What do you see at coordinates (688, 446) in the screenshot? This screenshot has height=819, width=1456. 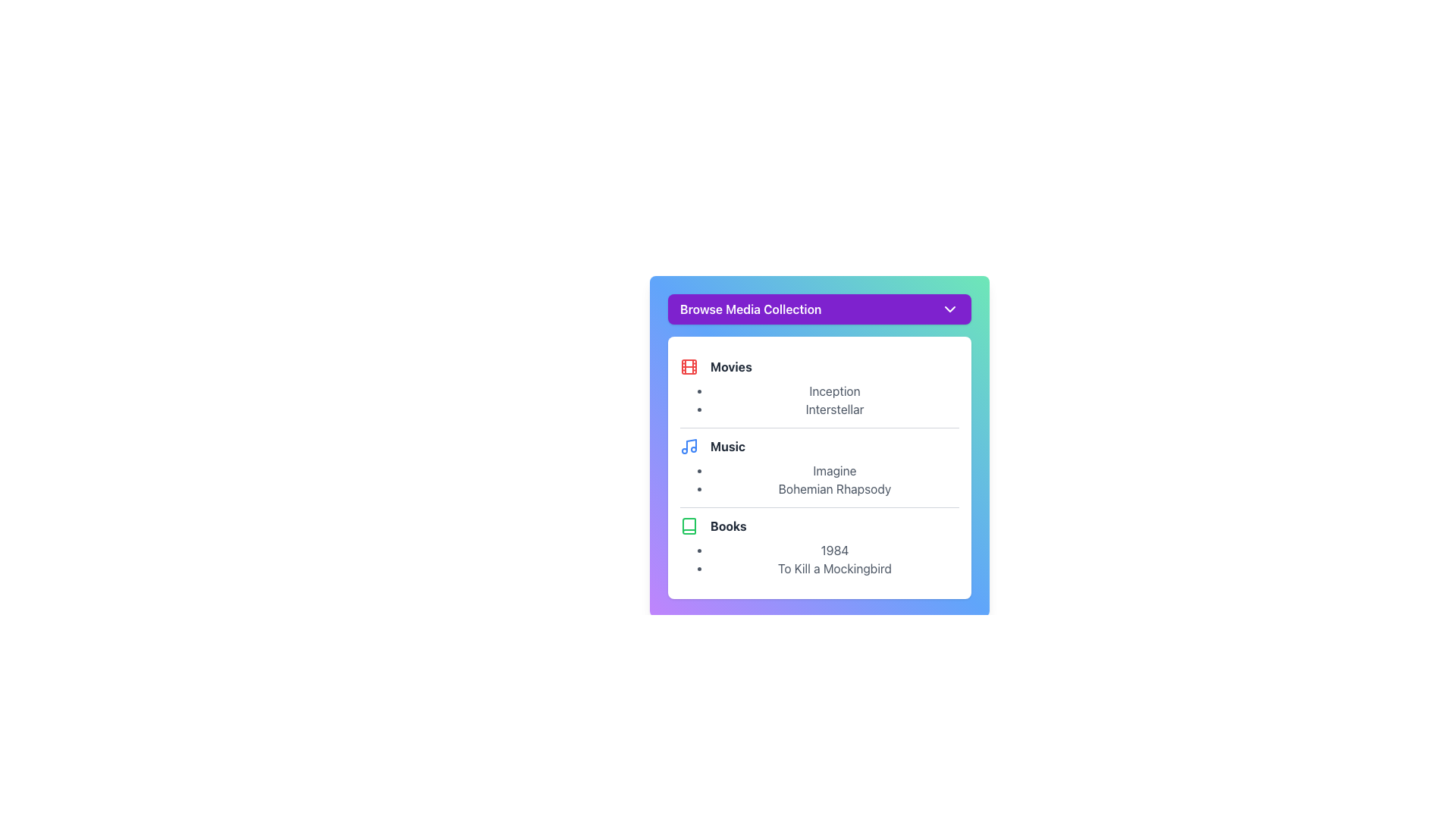 I see `the blue music icon located to the left of the text 'Music'` at bounding box center [688, 446].